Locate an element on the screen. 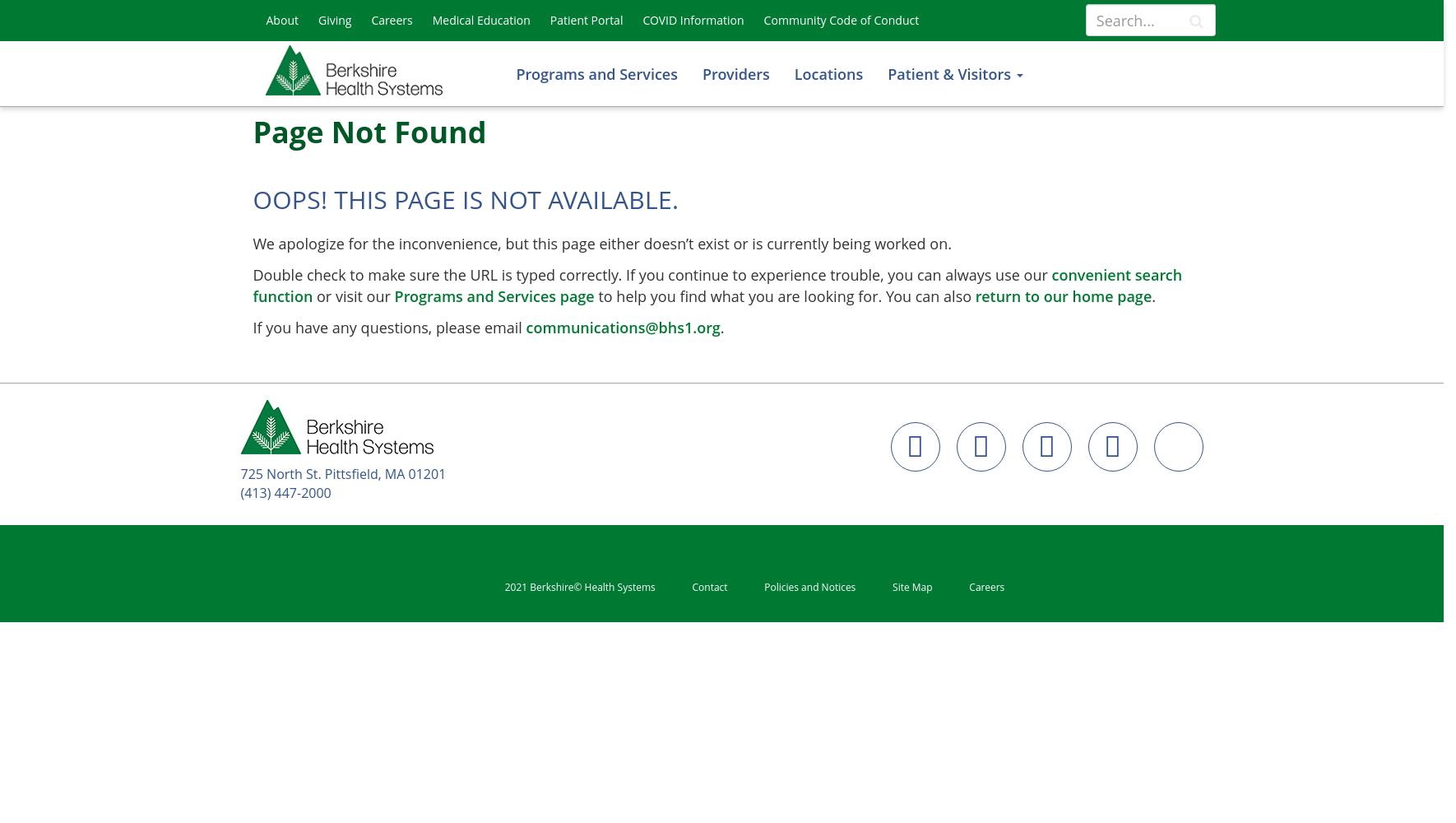 The height and width of the screenshot is (823, 1456). 'Patient & Visitors' is located at coordinates (950, 73).